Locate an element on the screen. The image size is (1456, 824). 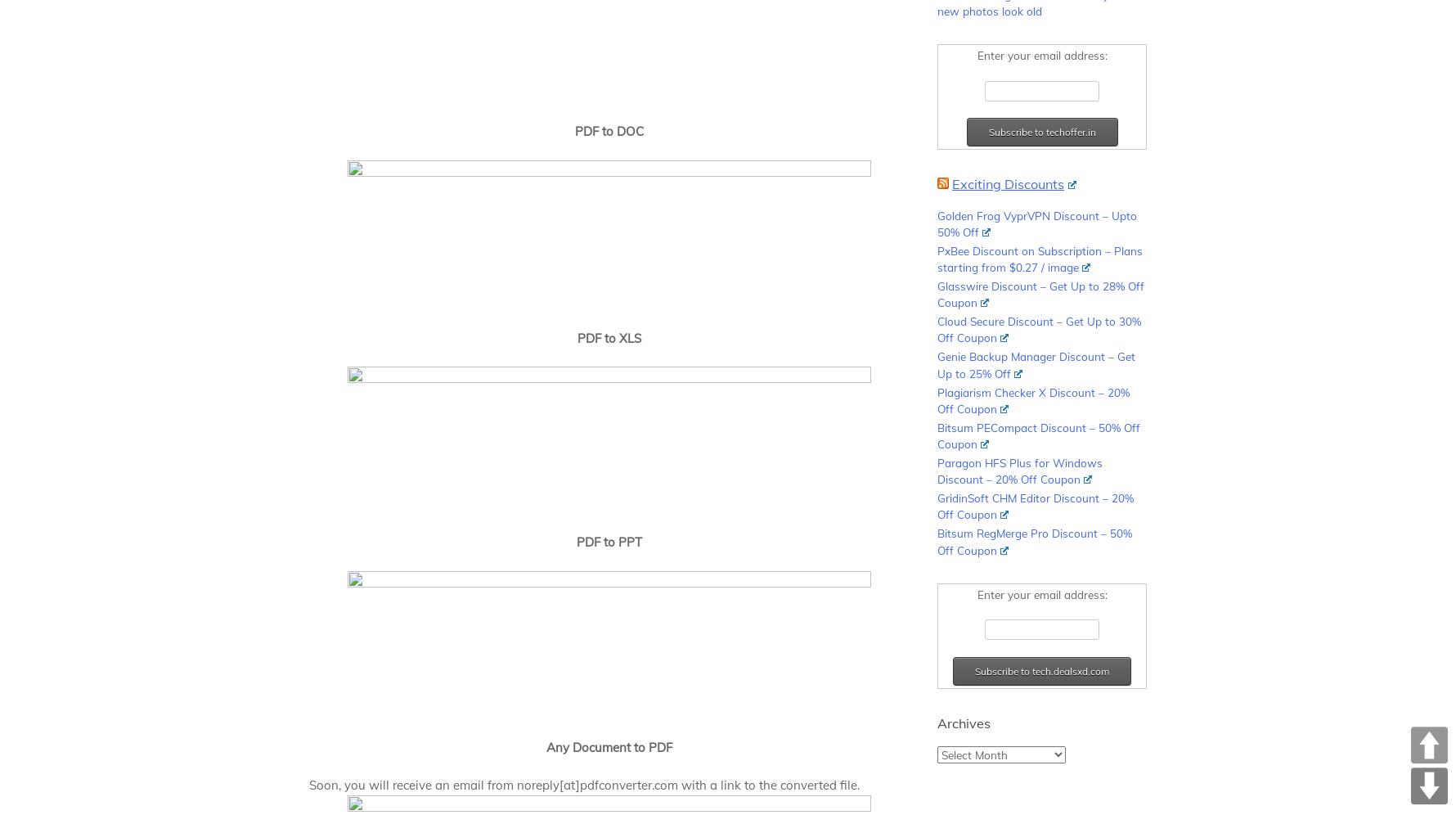
'Cloud Secure Discount – Get Up to 30% Off Coupon' is located at coordinates (1038, 329).